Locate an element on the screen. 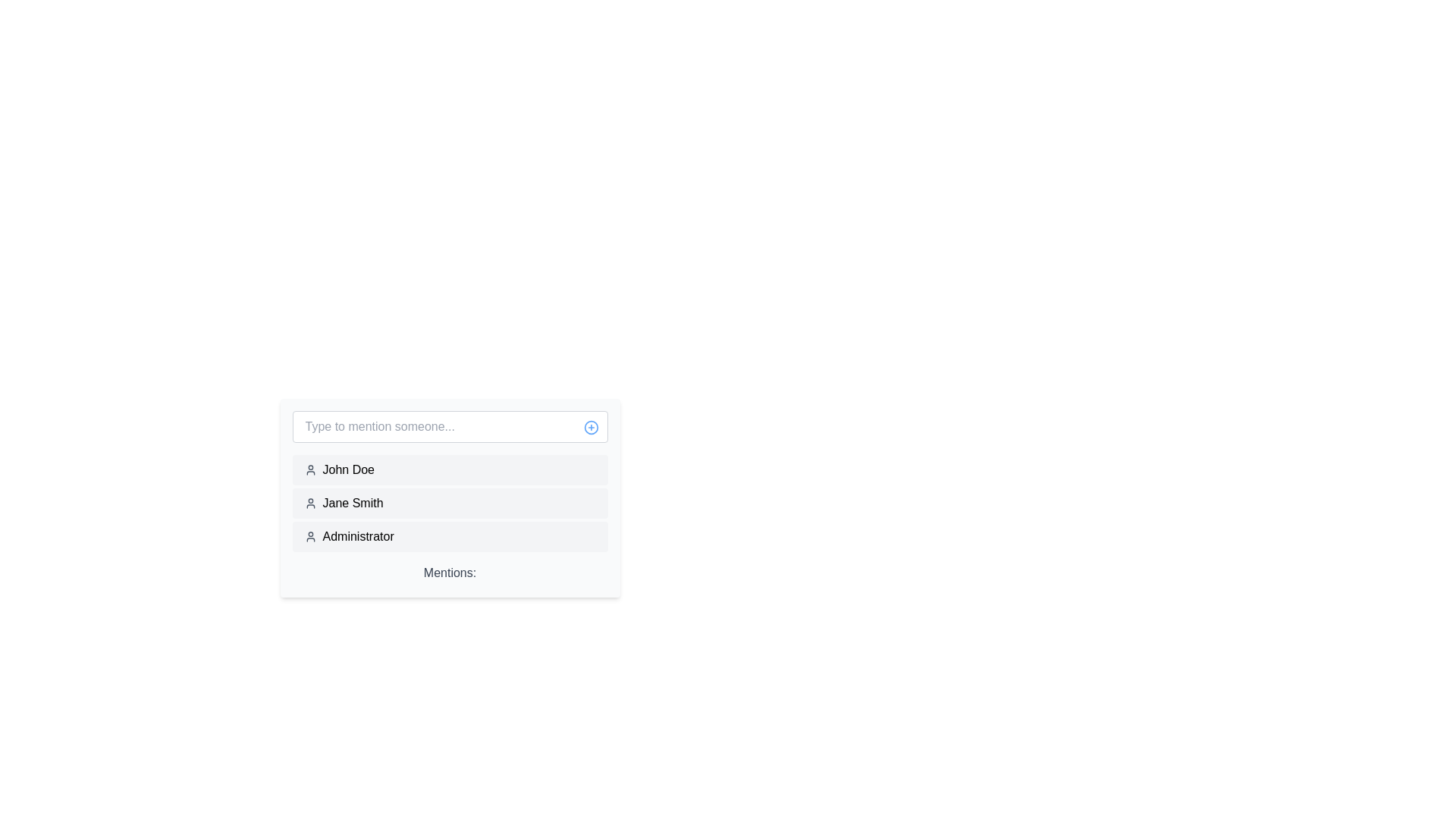 The height and width of the screenshot is (819, 1456). the List item representing the 'Administrator' role is located at coordinates (449, 536).